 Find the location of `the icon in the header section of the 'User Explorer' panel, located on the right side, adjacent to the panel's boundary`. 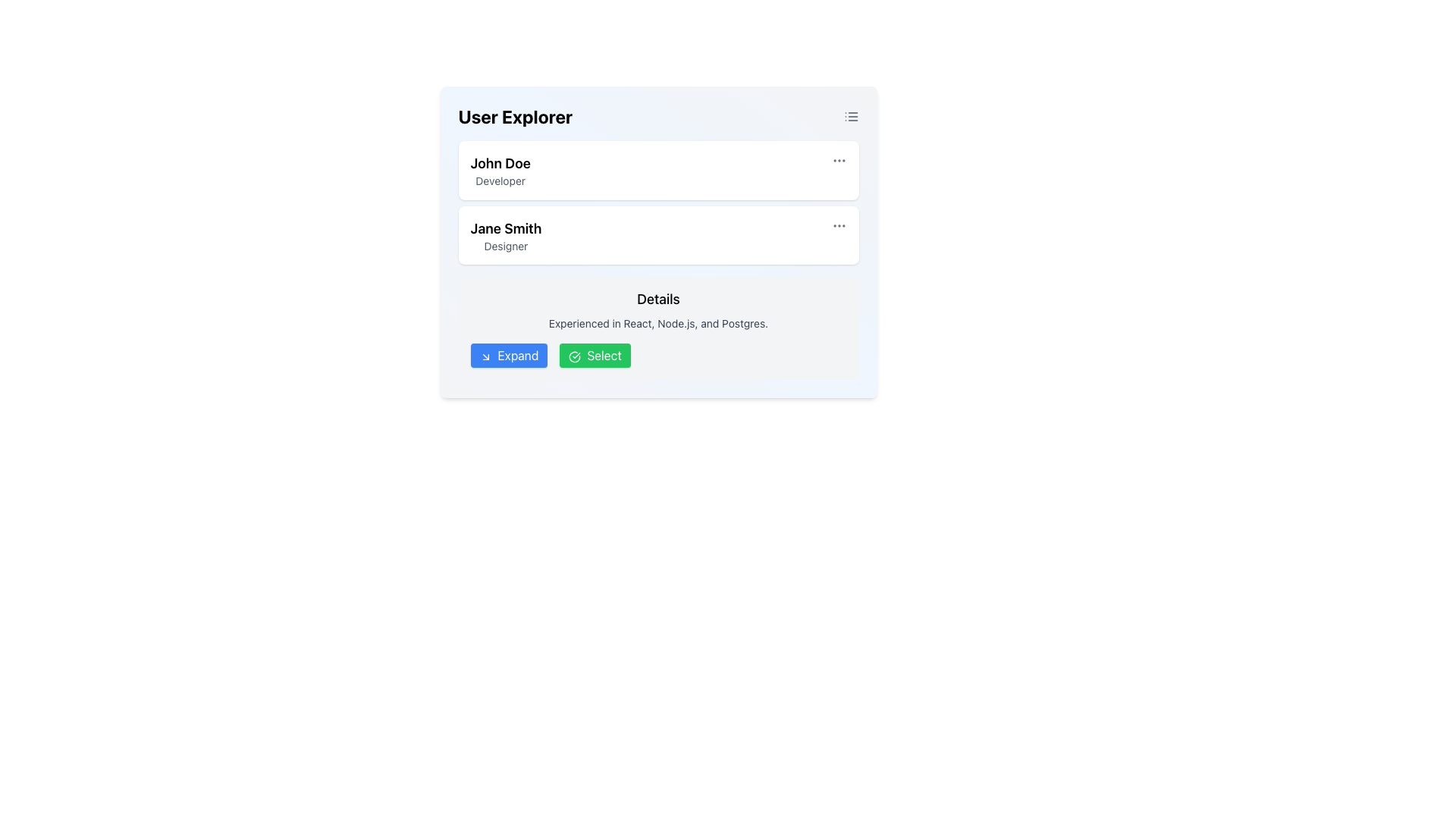

the icon in the header section of the 'User Explorer' panel, located on the right side, adjacent to the panel's boundary is located at coordinates (851, 116).